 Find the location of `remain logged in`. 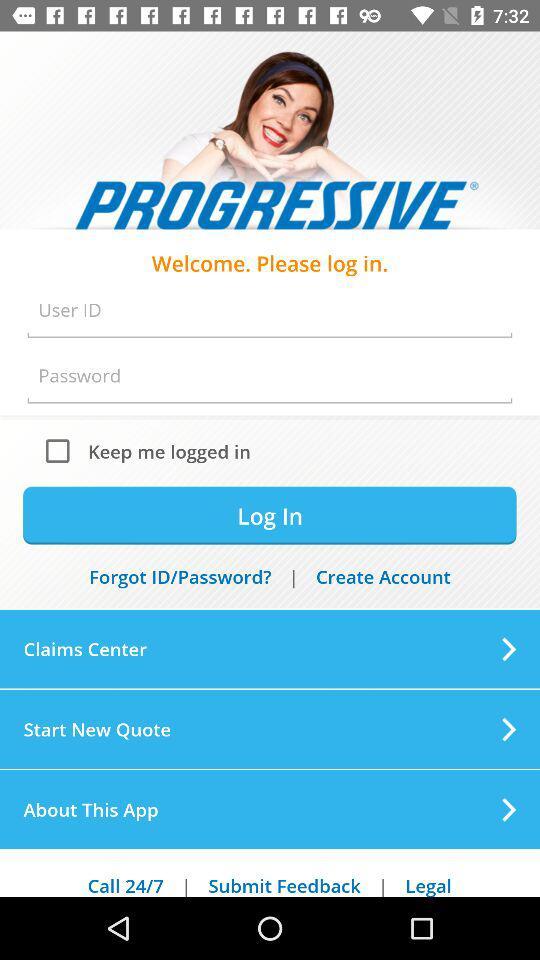

remain logged in is located at coordinates (62, 450).